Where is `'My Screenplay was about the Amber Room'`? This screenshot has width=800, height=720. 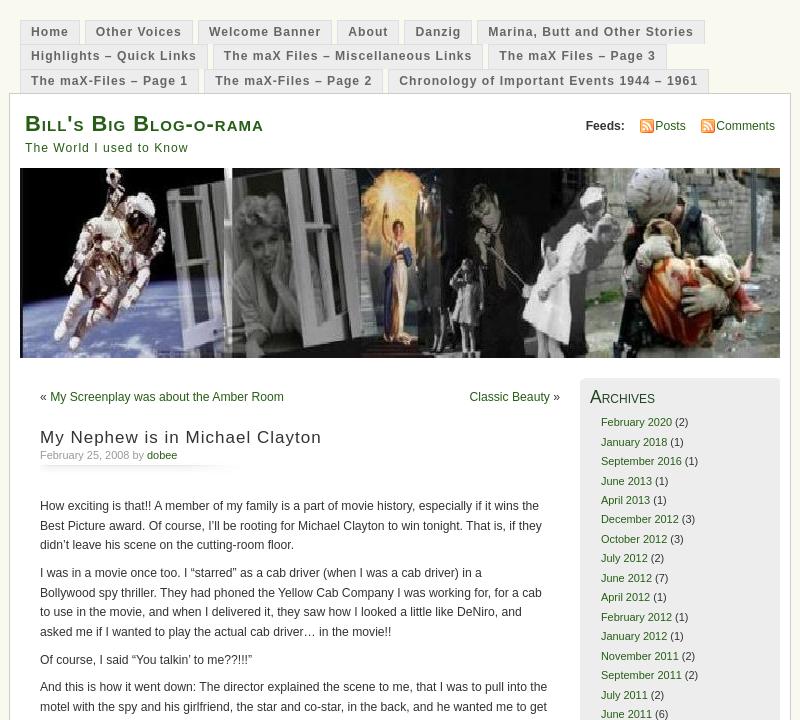 'My Screenplay was about the Amber Room' is located at coordinates (166, 397).